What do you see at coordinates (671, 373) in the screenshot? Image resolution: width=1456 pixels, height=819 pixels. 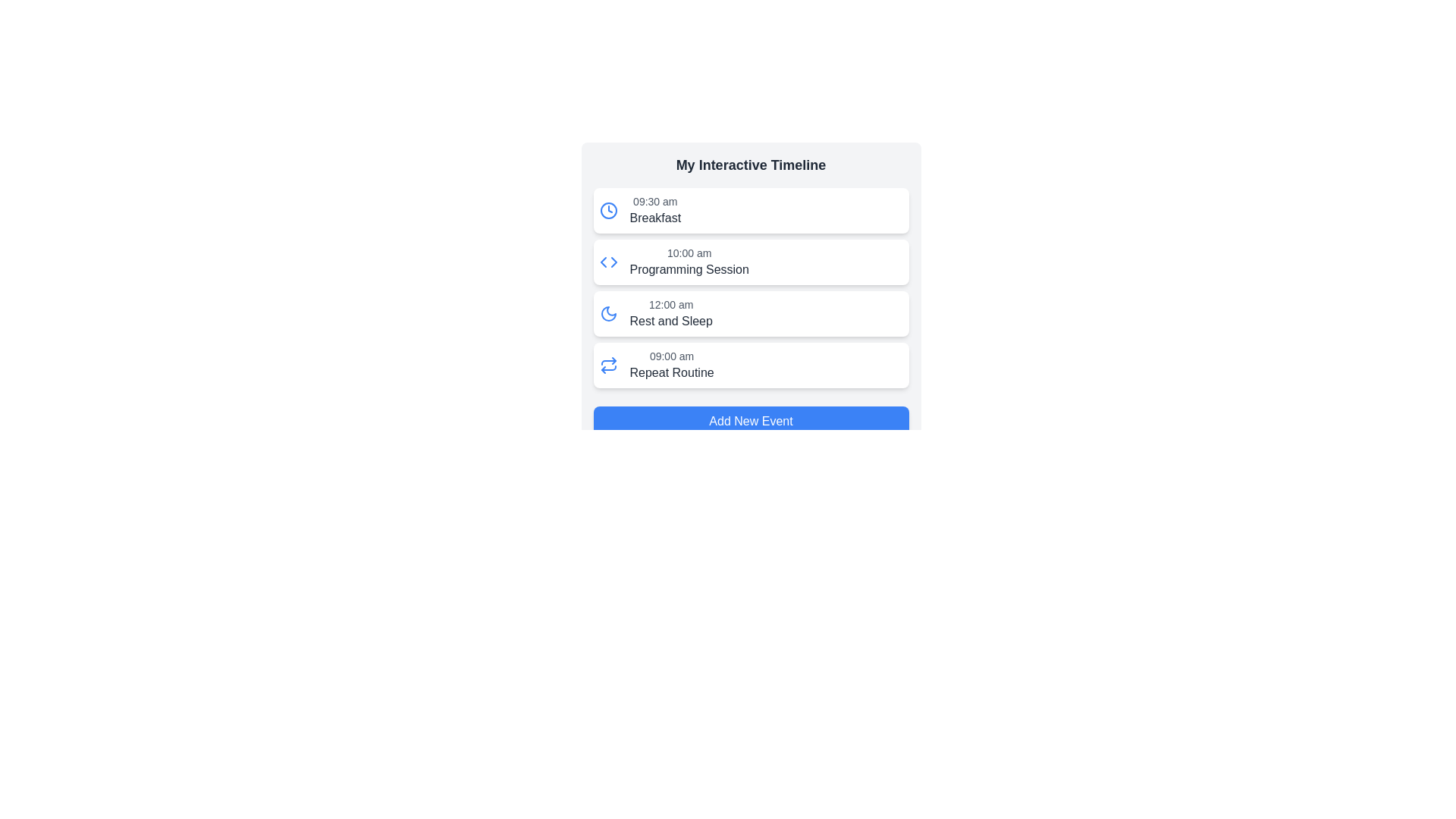 I see `text label displaying 'Repeat Routine' located within the timeline entry for '09:00 am', positioned at the bottom of the list of scheduled activities` at bounding box center [671, 373].